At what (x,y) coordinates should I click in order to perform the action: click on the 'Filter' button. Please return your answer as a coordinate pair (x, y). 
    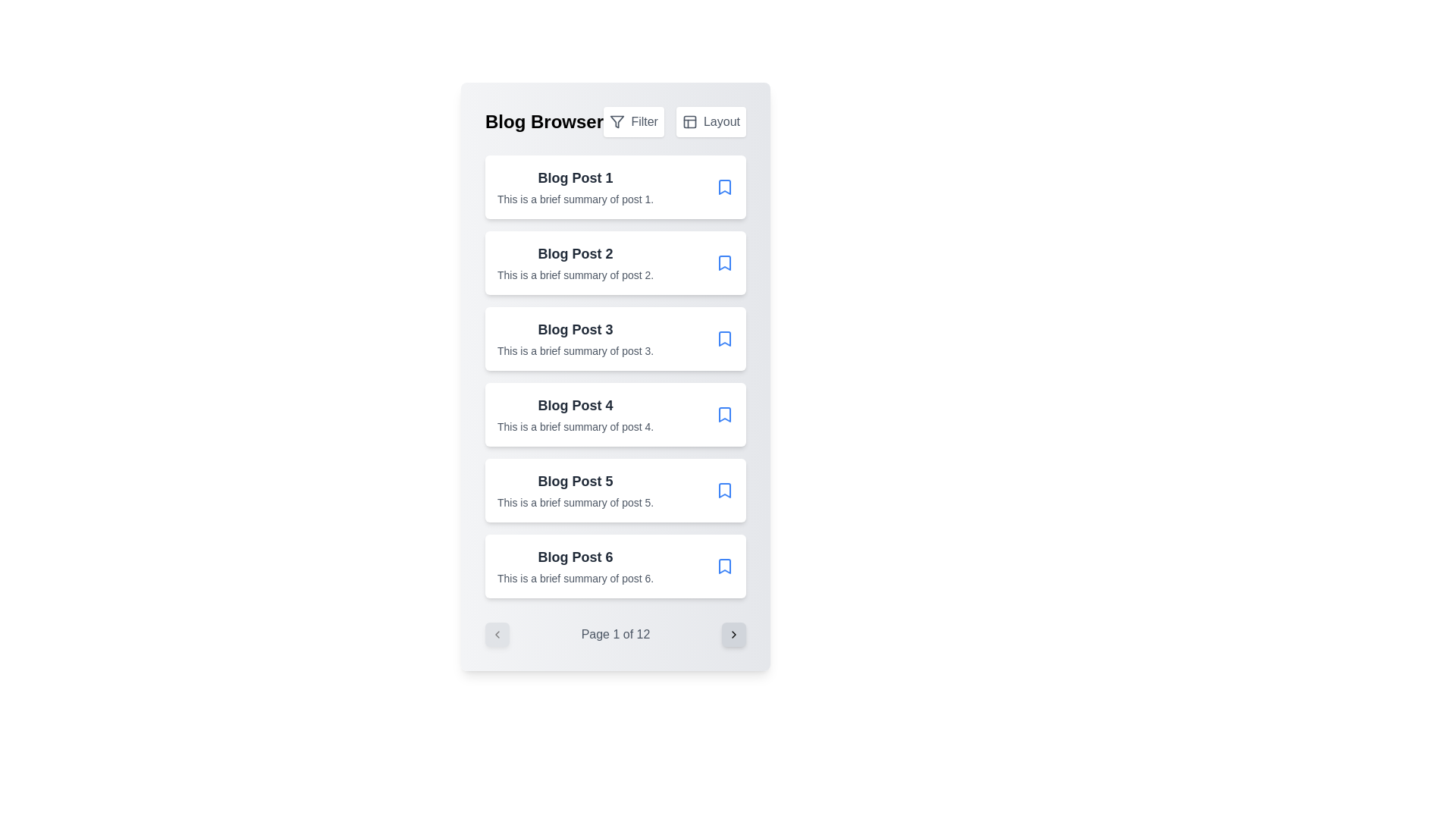
    Looking at the image, I should click on (634, 121).